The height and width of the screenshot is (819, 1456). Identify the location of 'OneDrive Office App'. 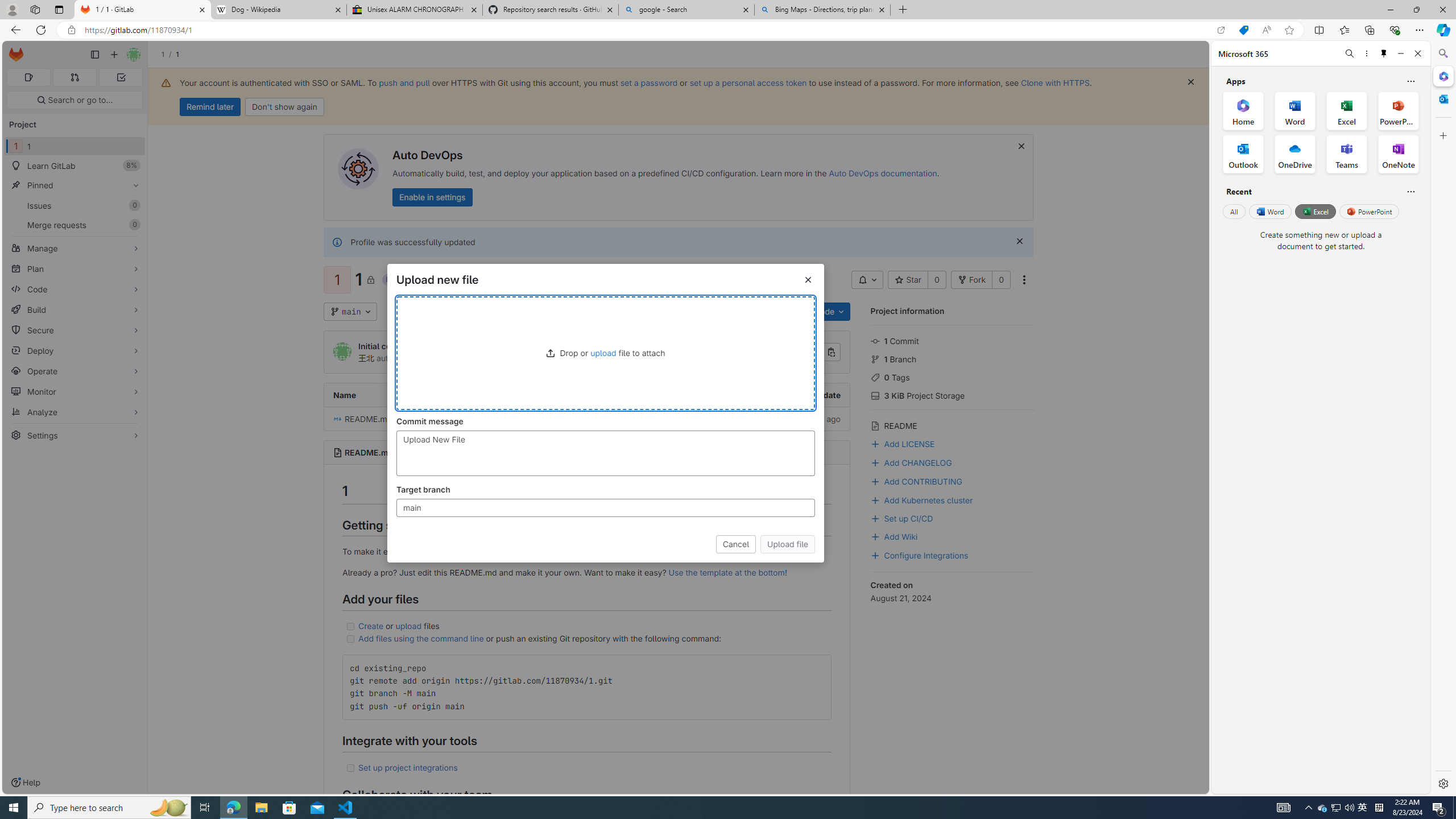
(1294, 154).